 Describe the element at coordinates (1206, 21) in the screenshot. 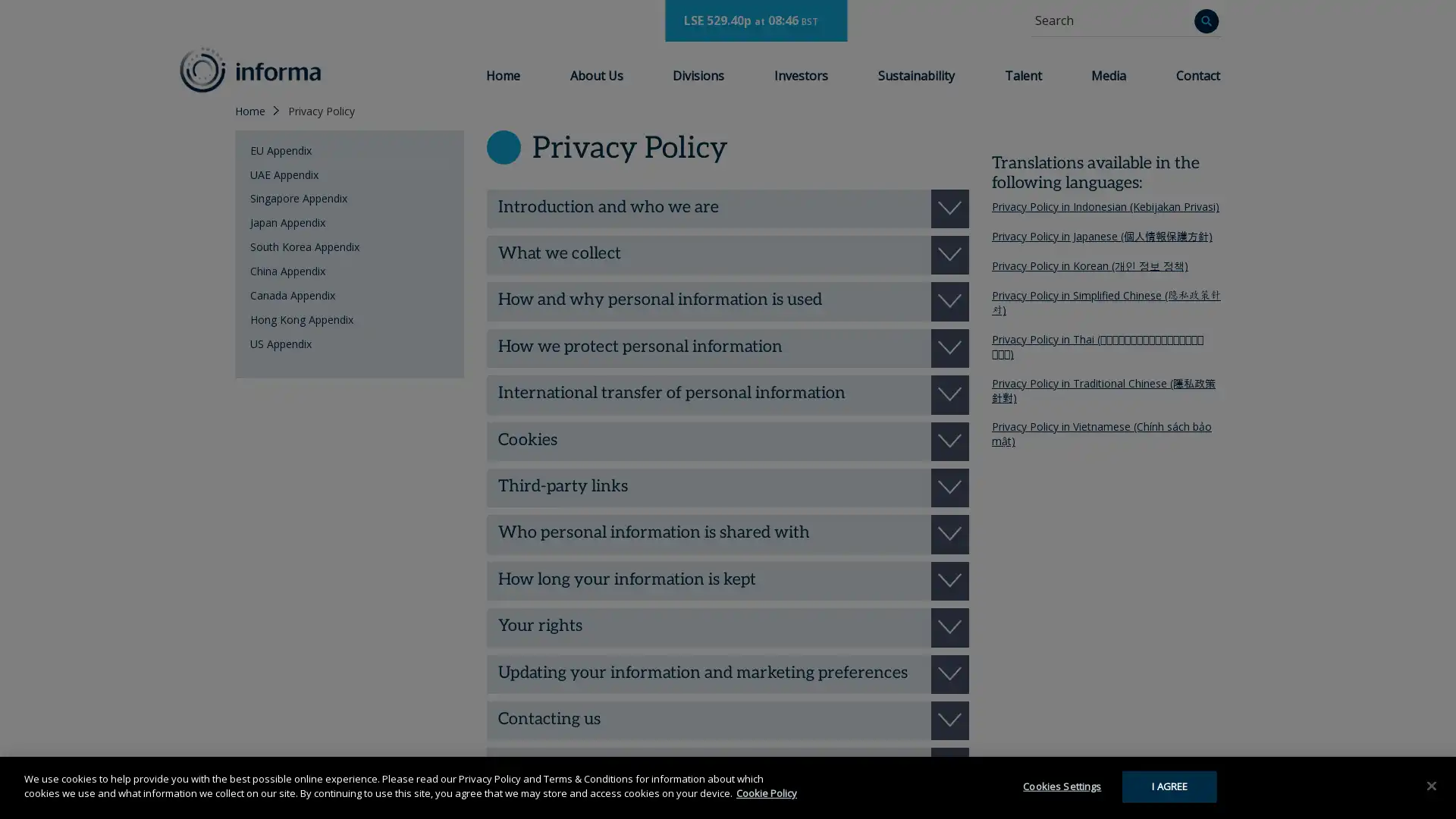

I see `Search` at that location.